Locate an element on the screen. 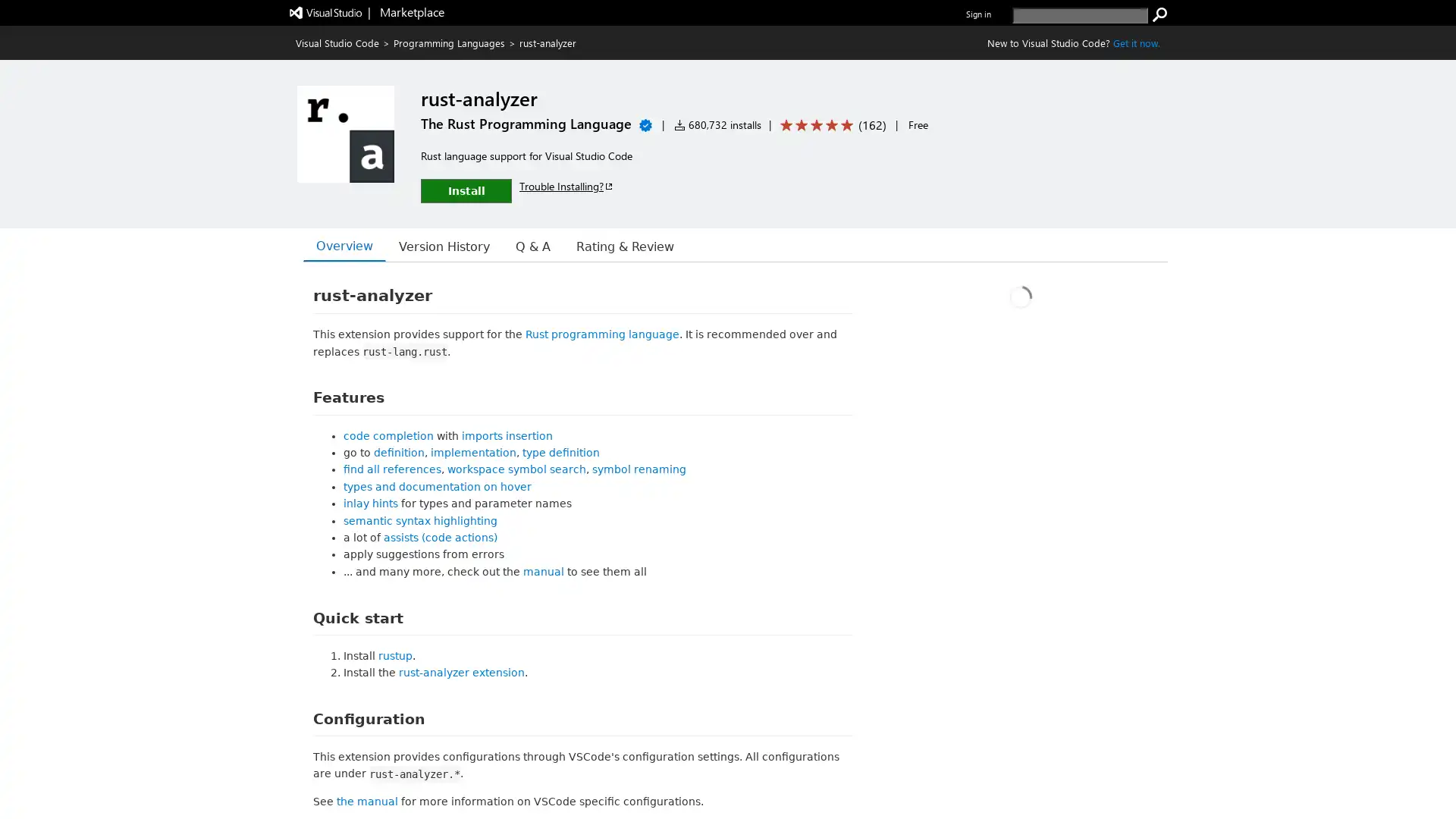  Rating & Review is located at coordinates (599, 245).